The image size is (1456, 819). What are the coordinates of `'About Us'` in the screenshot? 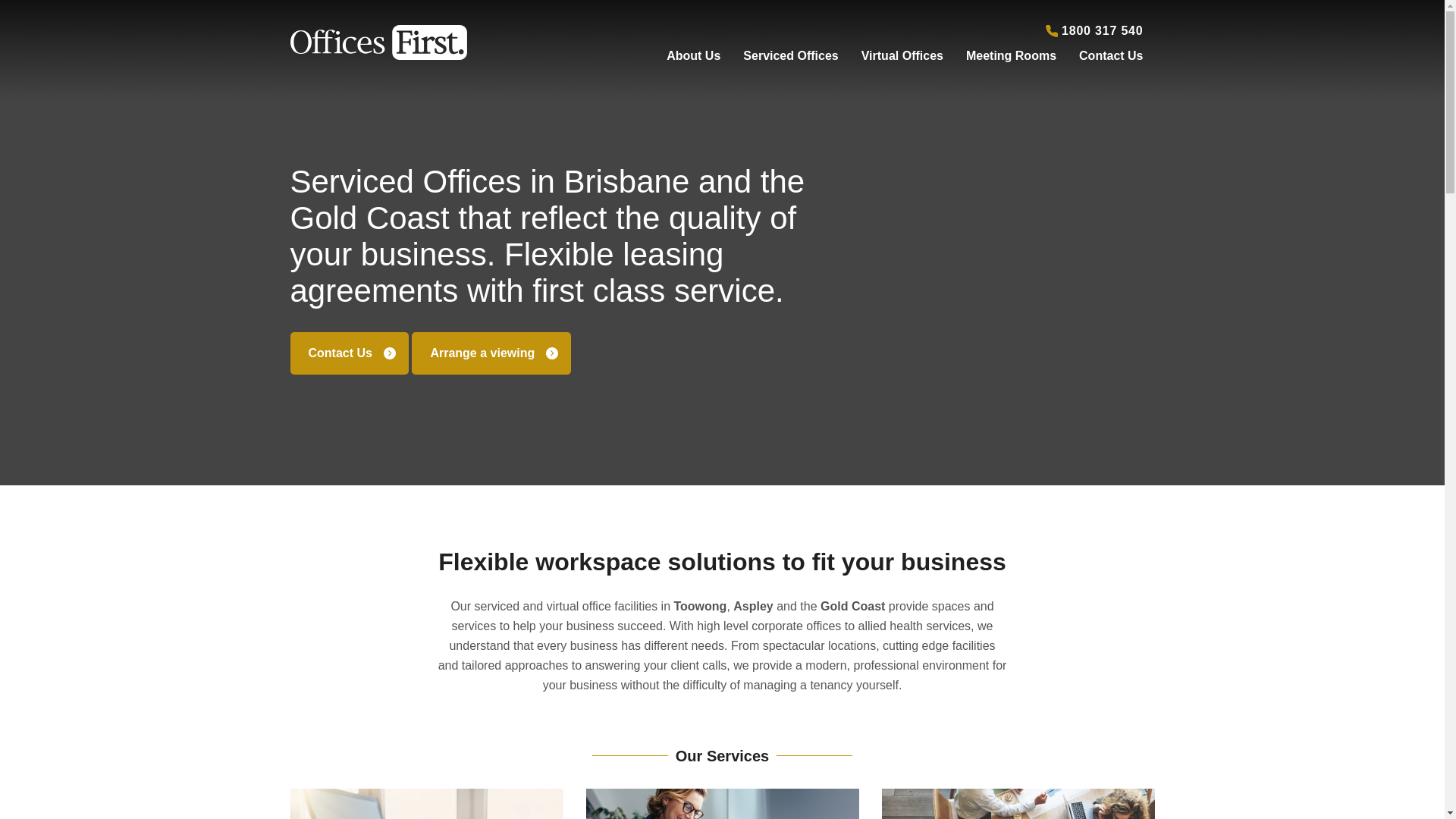 It's located at (692, 52).